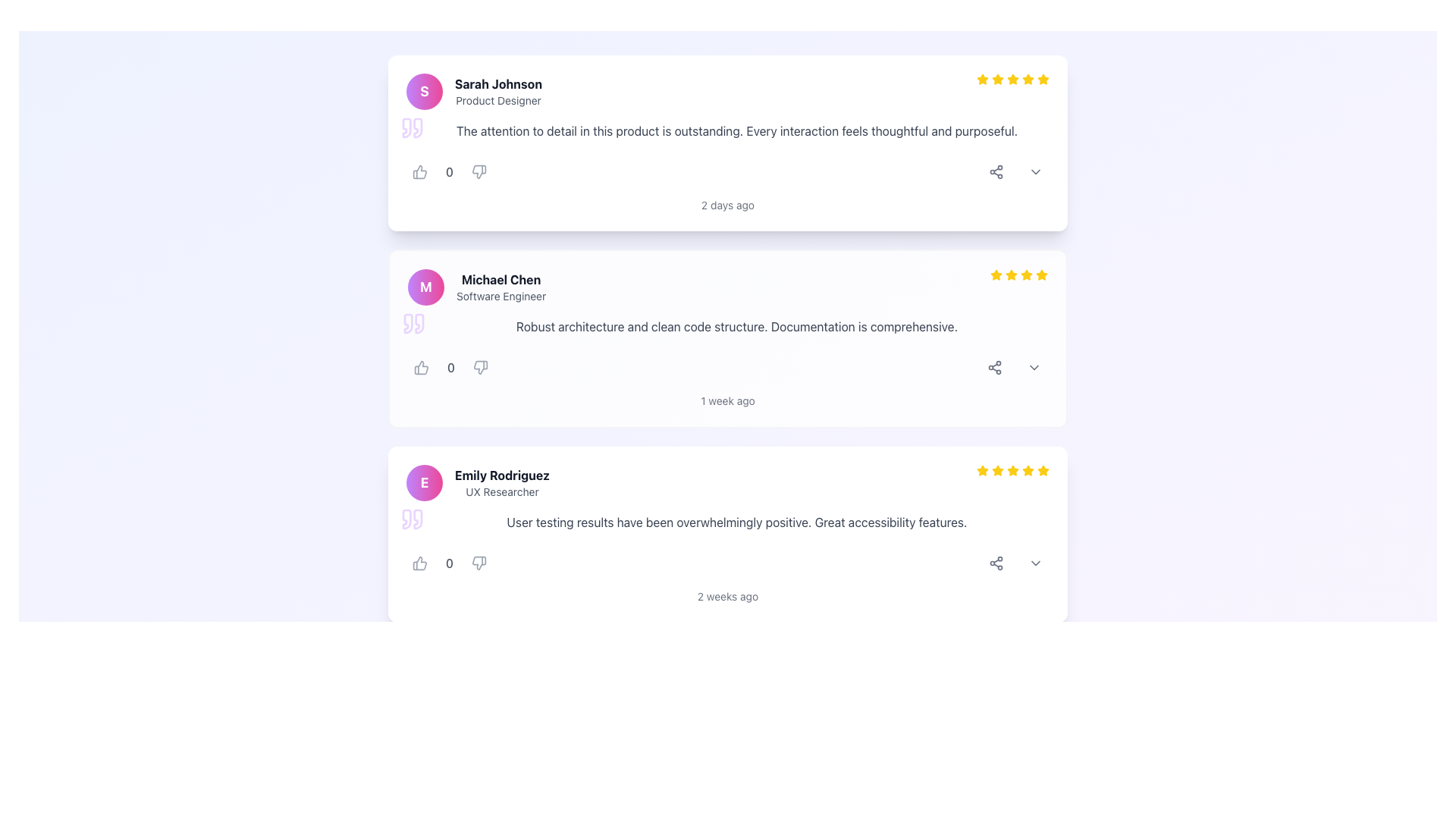 The height and width of the screenshot is (819, 1456). I want to click on the fifth yellow star icon representing a rating in the top-right section of the second user review card, so click(1040, 275).